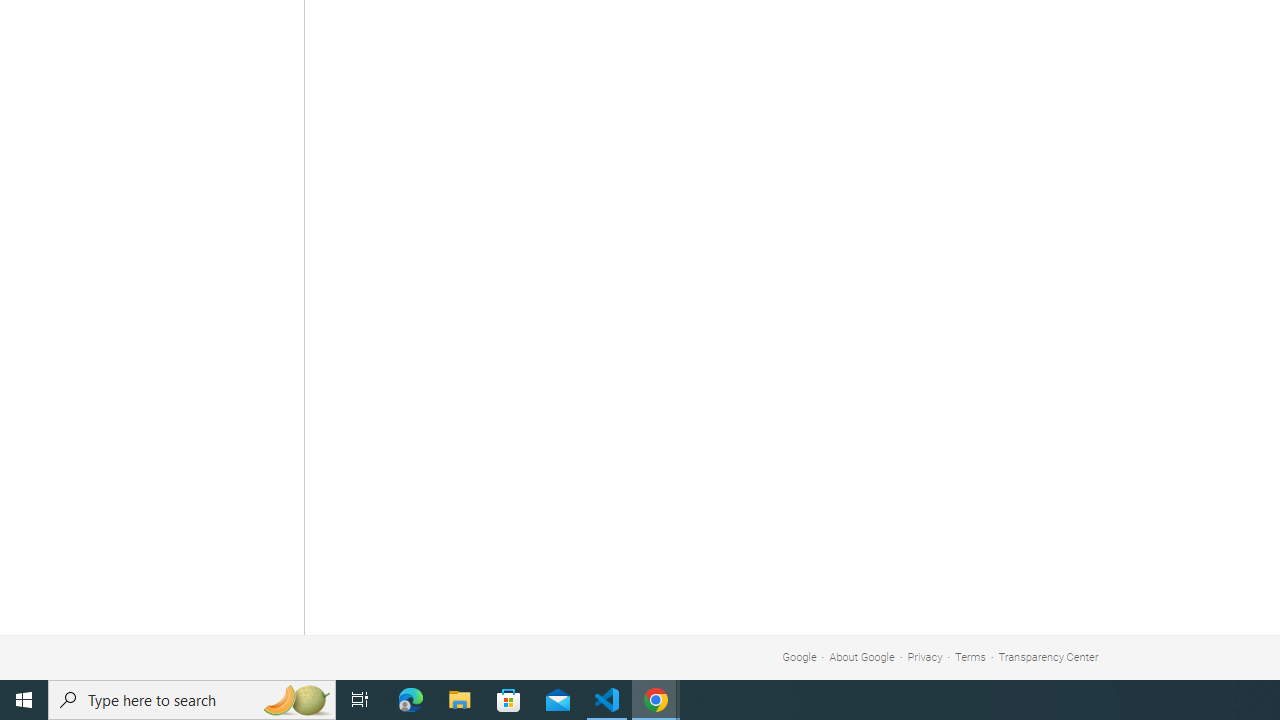  Describe the element at coordinates (1047, 657) in the screenshot. I see `'Transparency Center'` at that location.